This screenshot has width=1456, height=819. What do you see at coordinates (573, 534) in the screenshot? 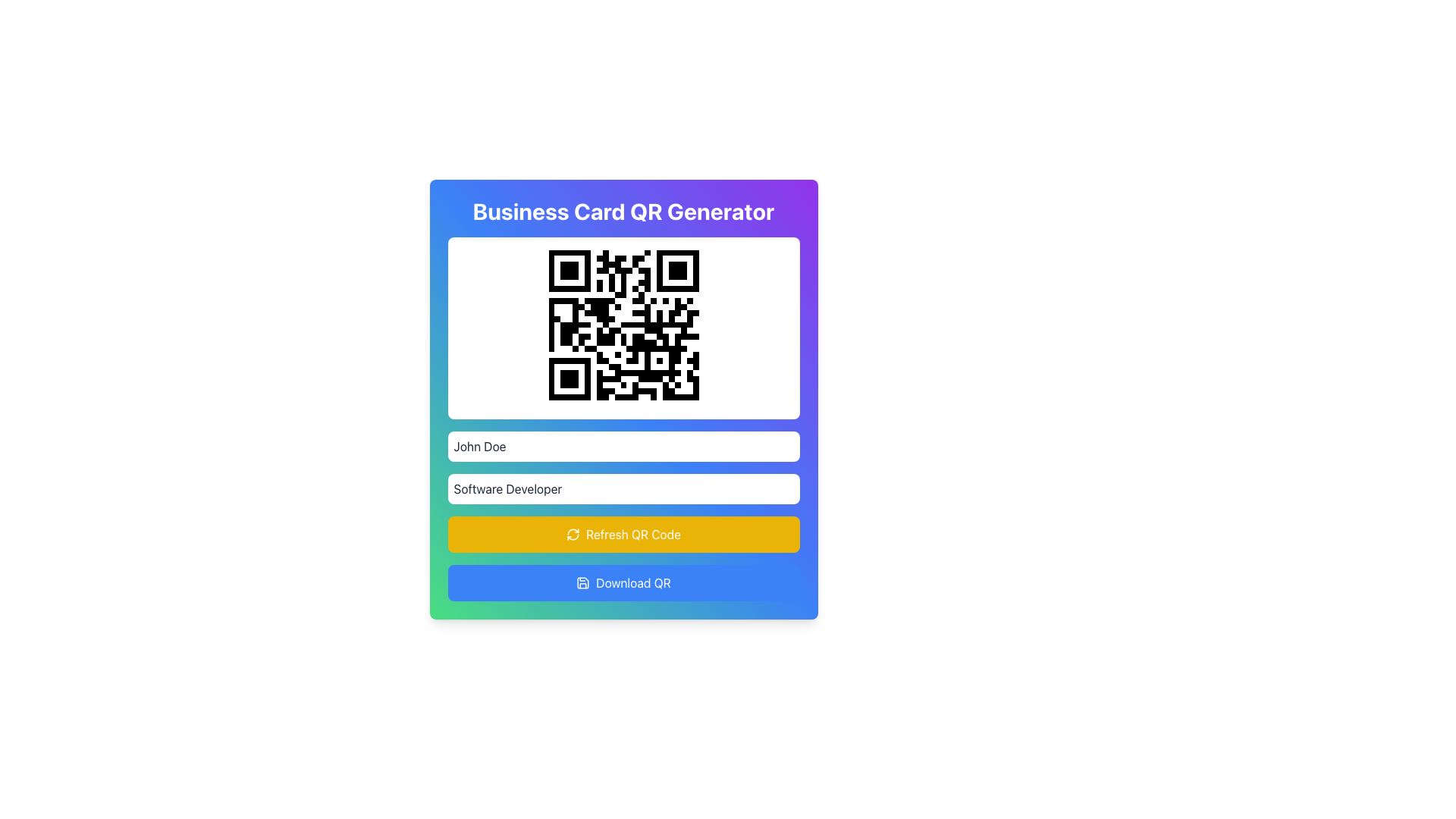
I see `the circular arrow icon with a yellow background, which represents a refresh action, located on the left side of the 'Refresh QR Code' button` at bounding box center [573, 534].